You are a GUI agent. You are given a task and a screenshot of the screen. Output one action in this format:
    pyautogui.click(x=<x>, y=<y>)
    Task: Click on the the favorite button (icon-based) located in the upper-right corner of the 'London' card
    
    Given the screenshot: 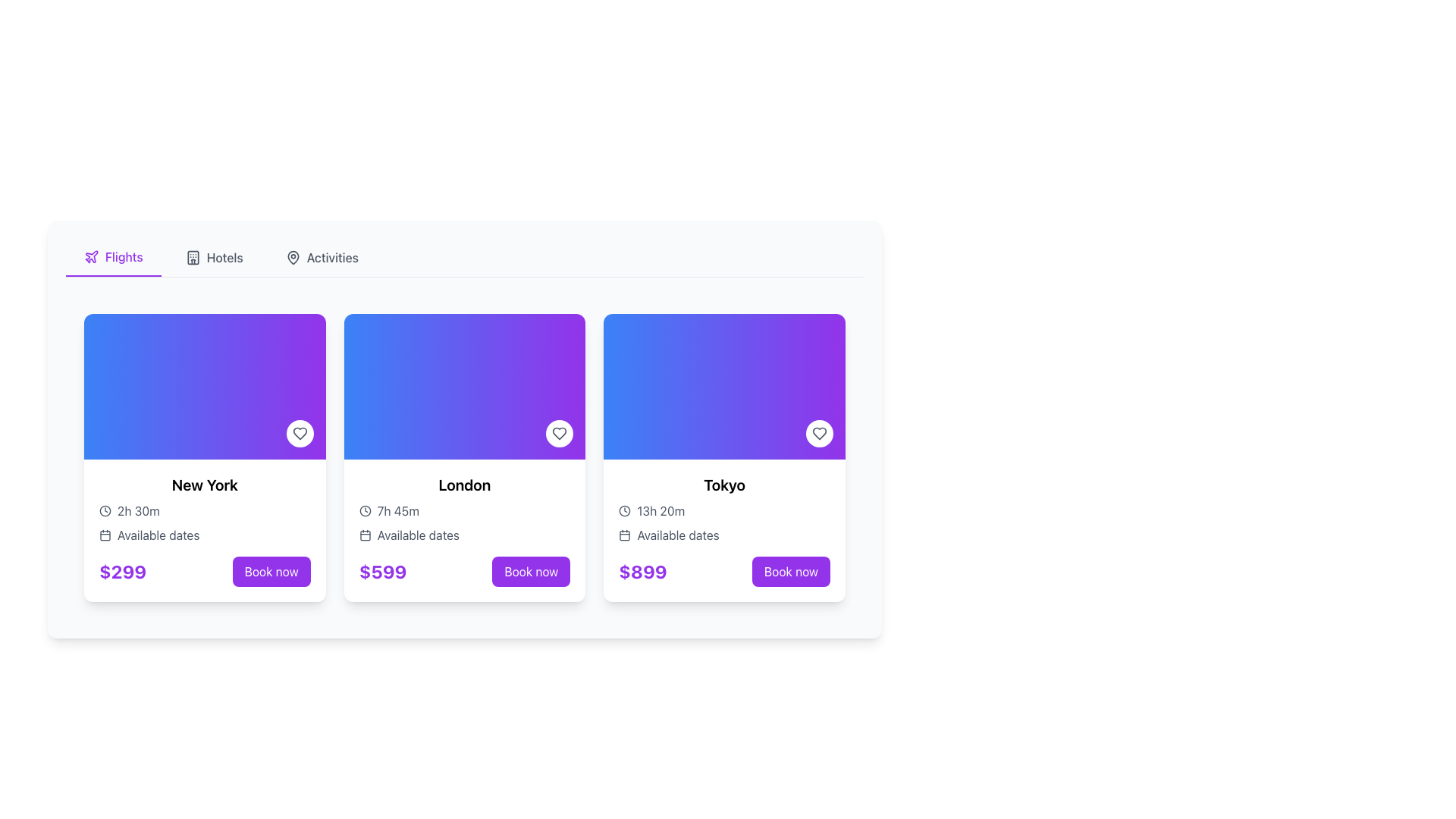 What is the action you would take?
    pyautogui.click(x=559, y=433)
    